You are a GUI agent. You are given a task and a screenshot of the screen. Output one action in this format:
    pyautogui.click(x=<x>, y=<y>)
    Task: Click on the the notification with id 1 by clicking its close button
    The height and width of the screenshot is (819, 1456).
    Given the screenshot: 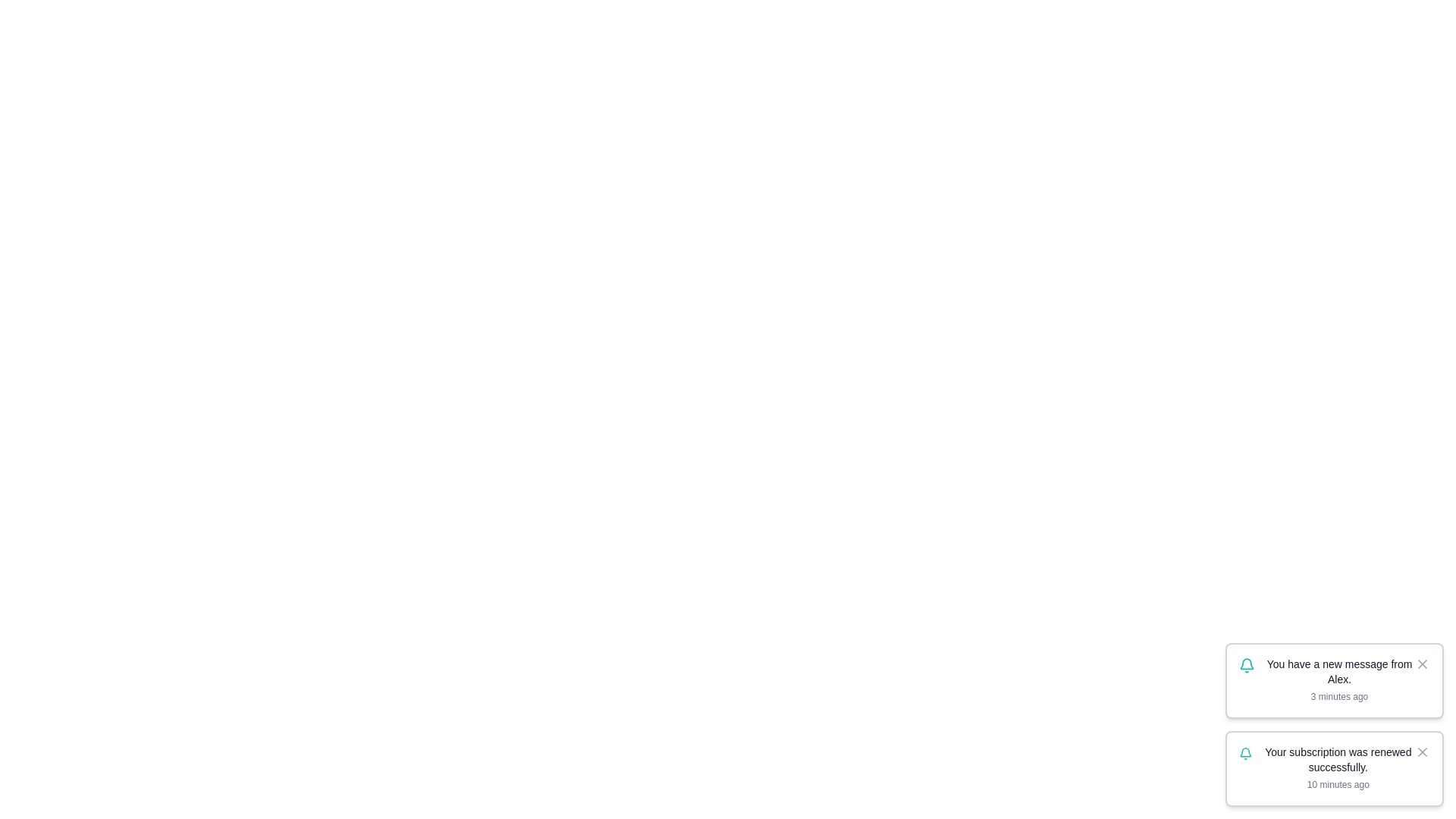 What is the action you would take?
    pyautogui.click(x=1422, y=663)
    